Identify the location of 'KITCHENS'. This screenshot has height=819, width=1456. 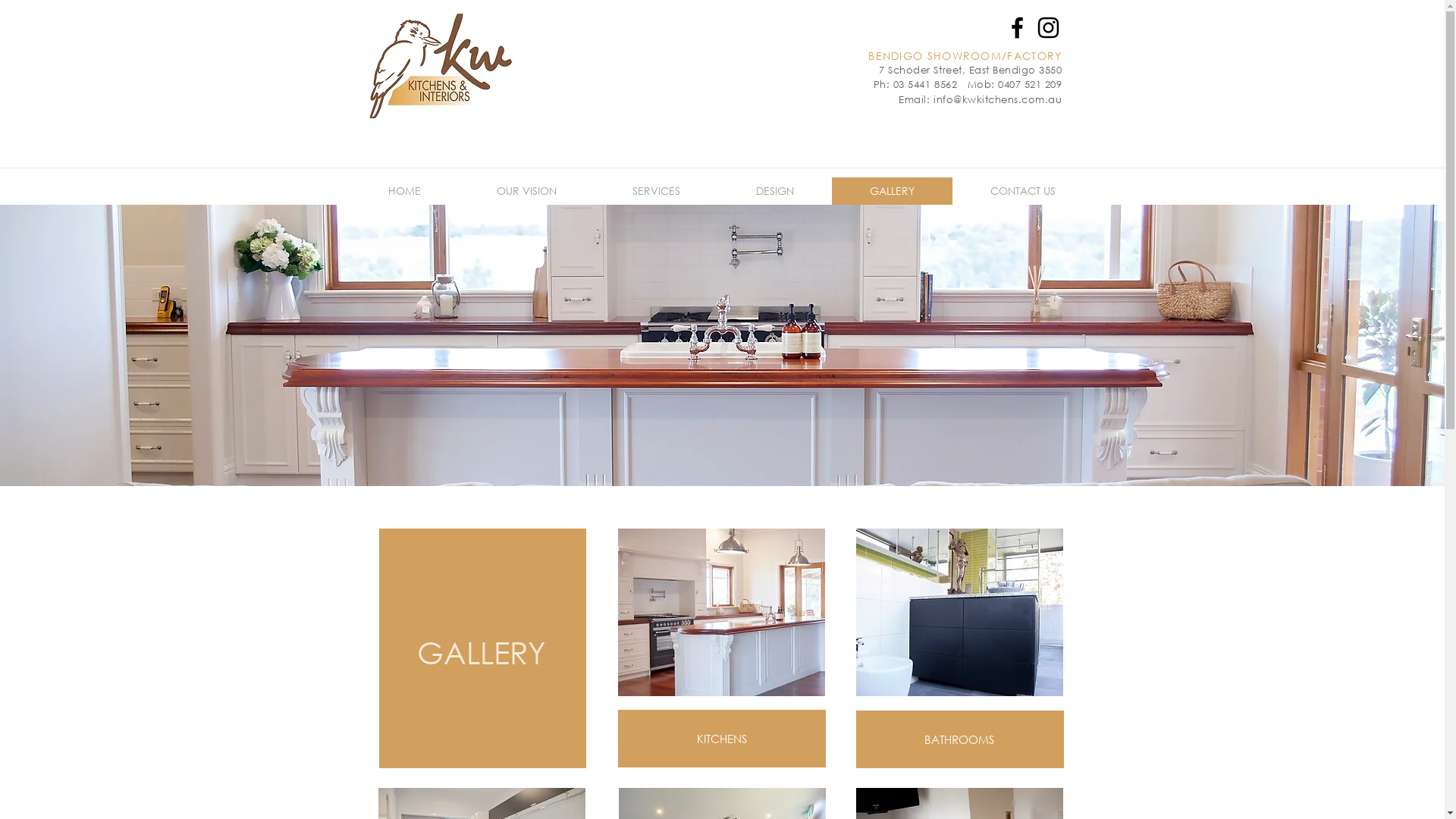
(720, 738).